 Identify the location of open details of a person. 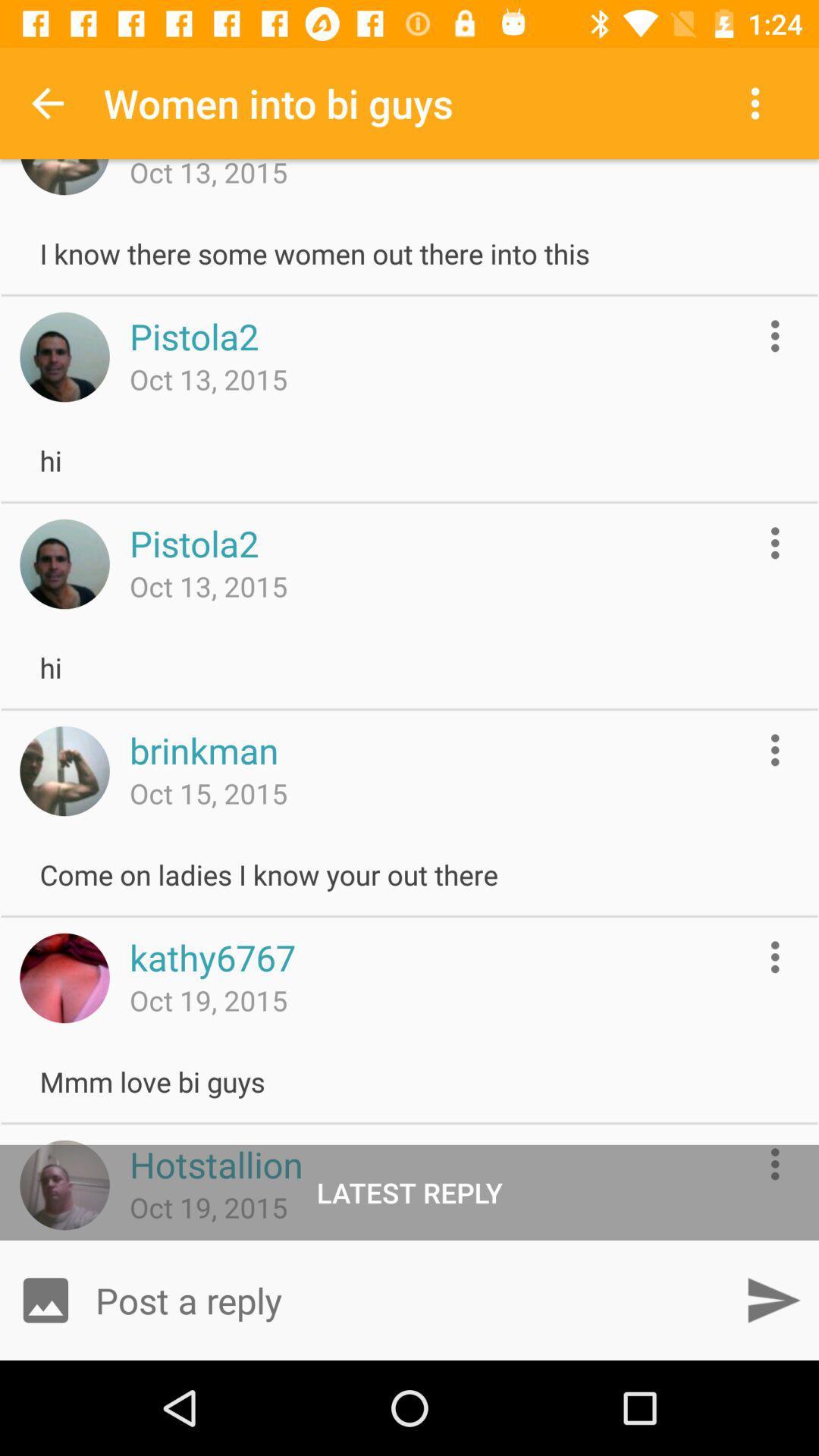
(775, 335).